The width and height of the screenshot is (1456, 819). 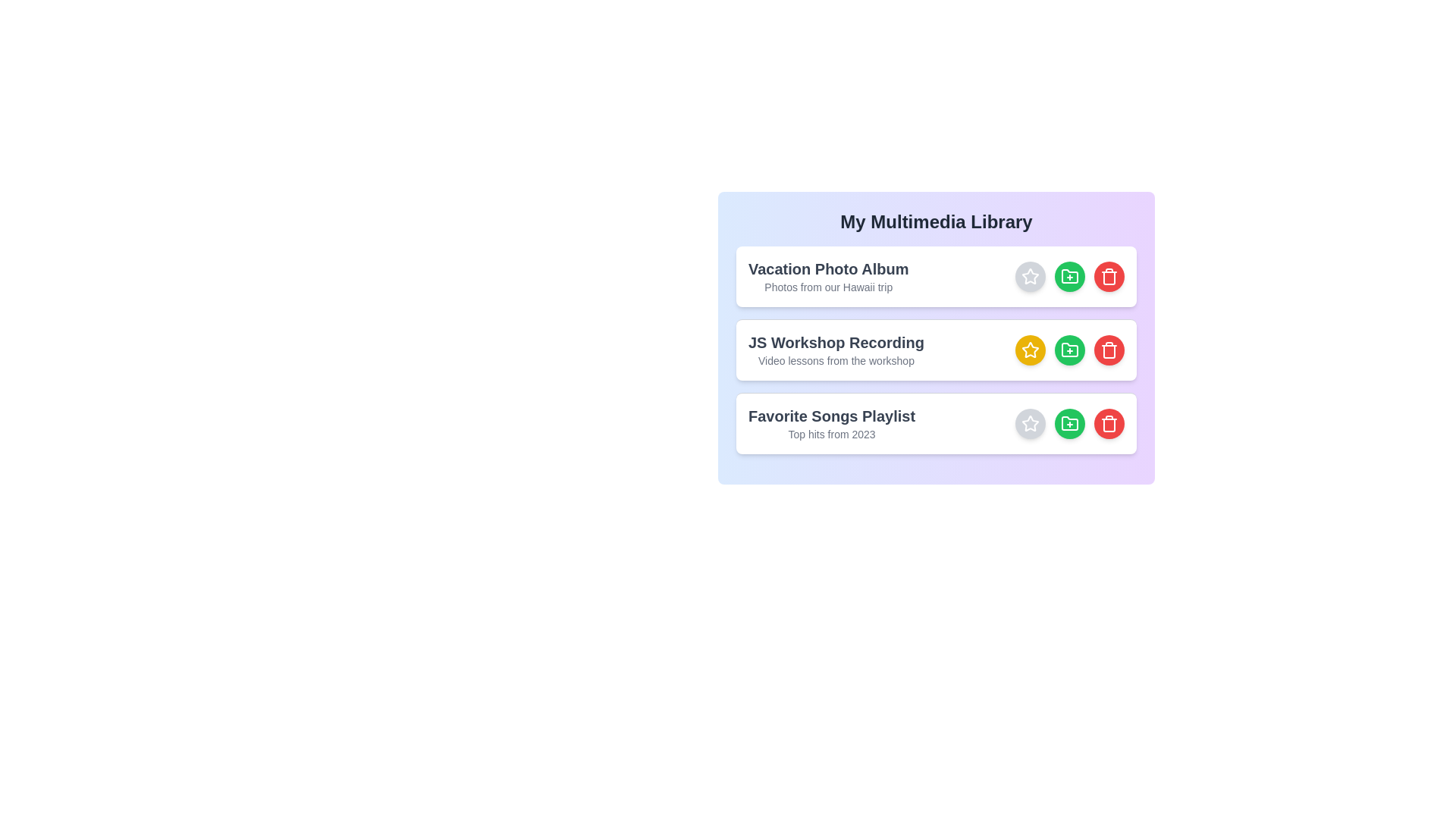 What do you see at coordinates (1030, 350) in the screenshot?
I see `the star-shaped icon` at bounding box center [1030, 350].